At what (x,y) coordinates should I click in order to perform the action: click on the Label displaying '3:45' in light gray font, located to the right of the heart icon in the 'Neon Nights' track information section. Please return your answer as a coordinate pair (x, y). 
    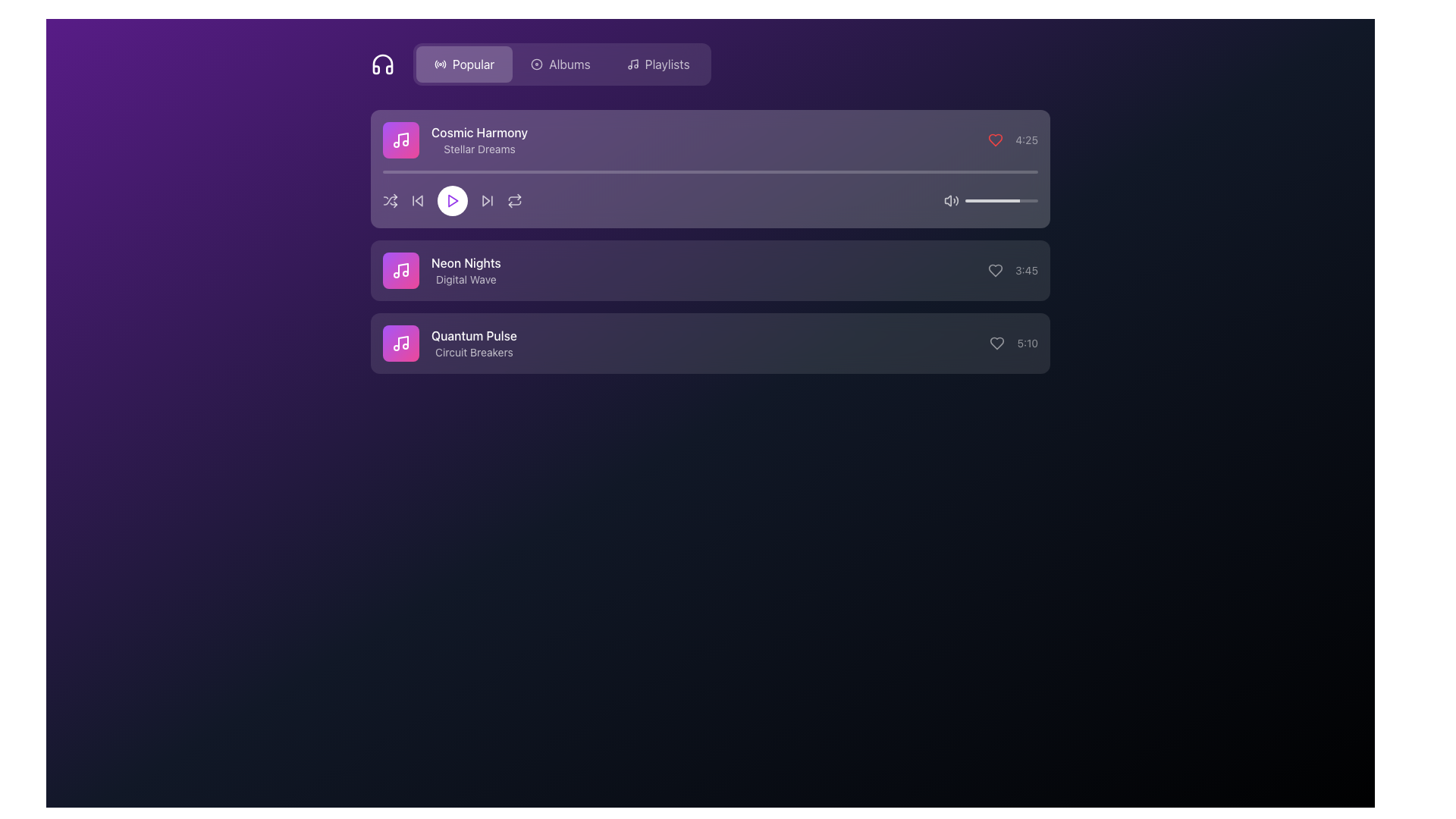
    Looking at the image, I should click on (1012, 270).